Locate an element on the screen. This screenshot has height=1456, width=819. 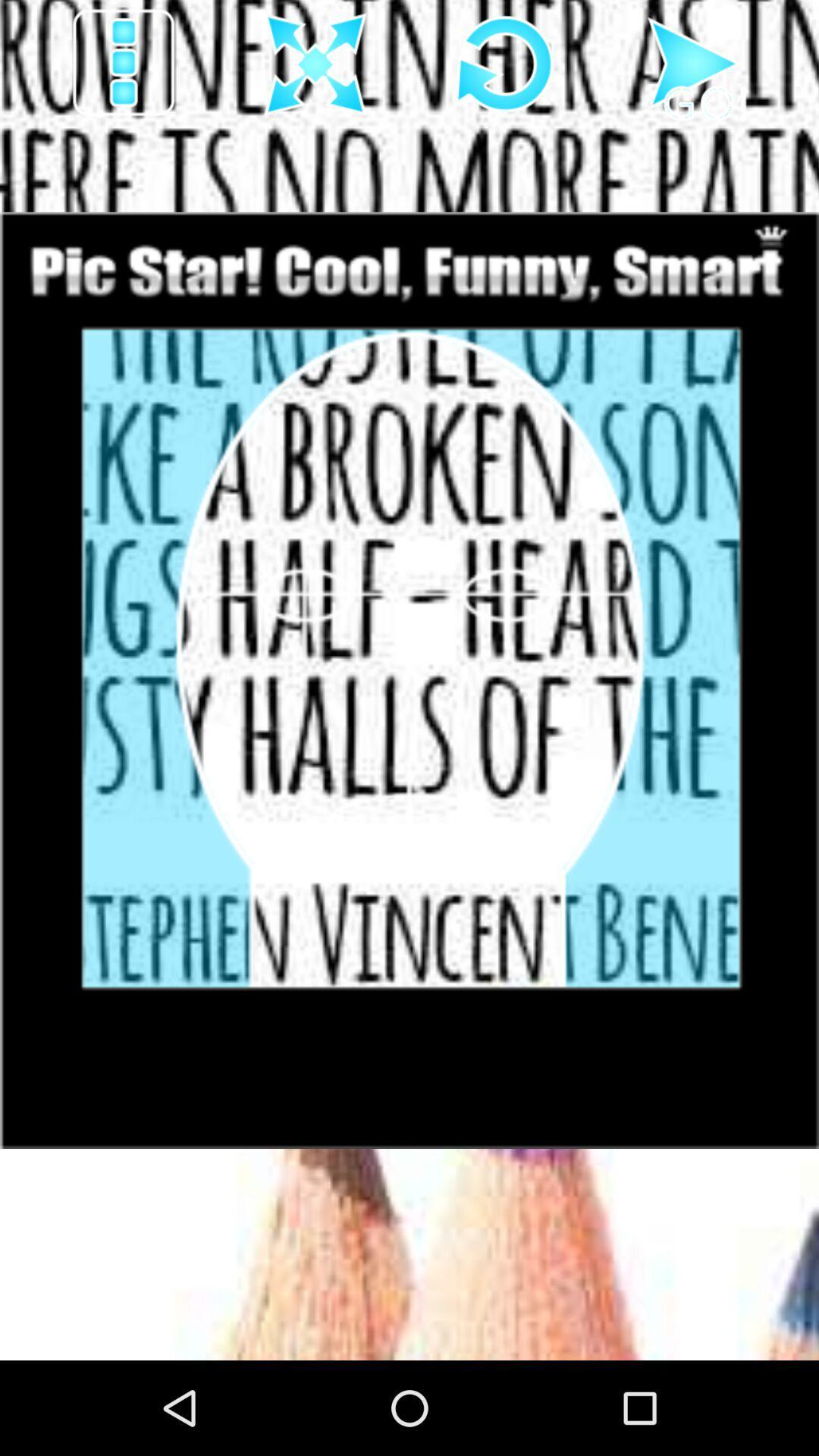
go forward is located at coordinates (695, 64).